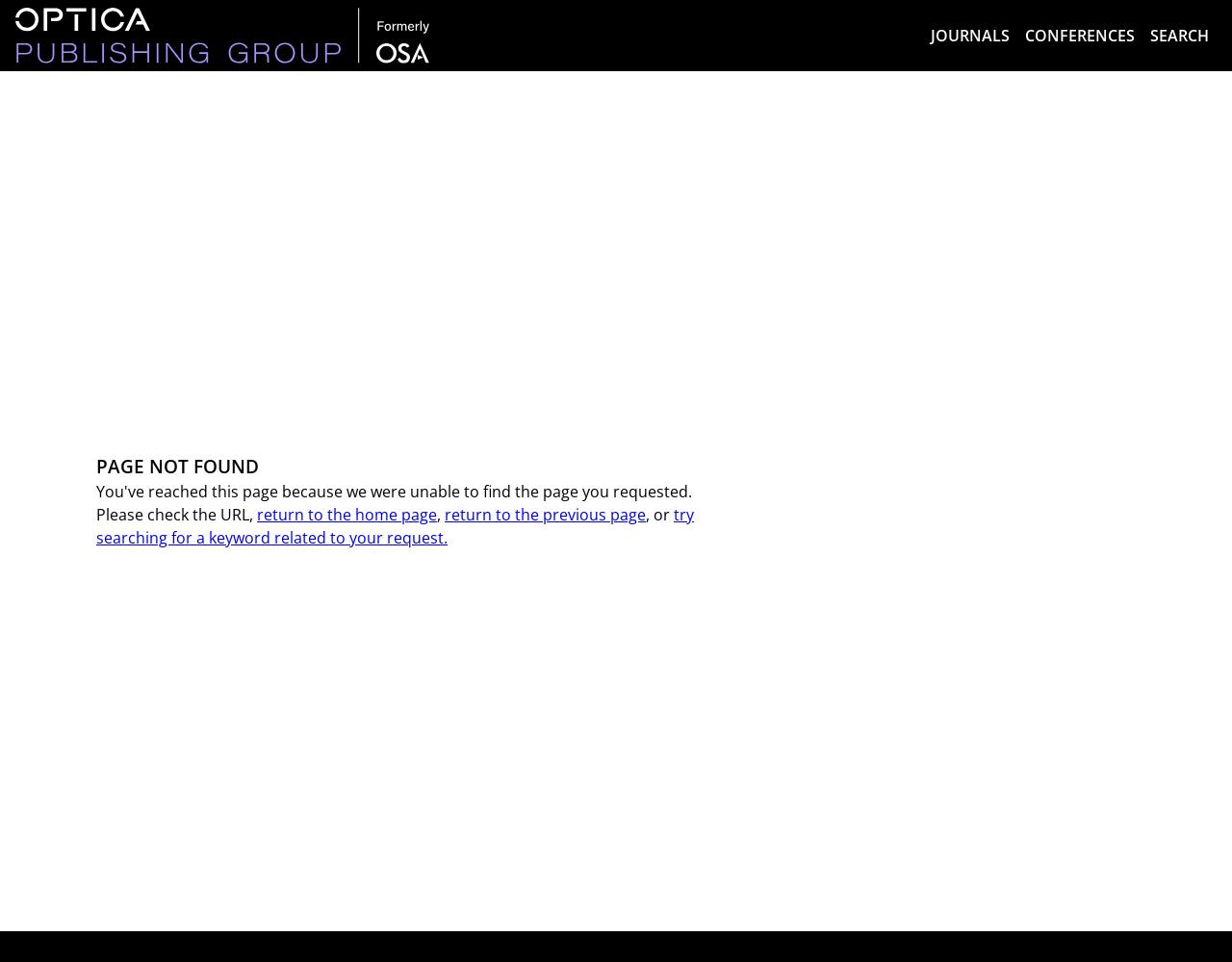 The width and height of the screenshot is (1232, 962). What do you see at coordinates (177, 464) in the screenshot?
I see `'PAGE NOT FOUND'` at bounding box center [177, 464].